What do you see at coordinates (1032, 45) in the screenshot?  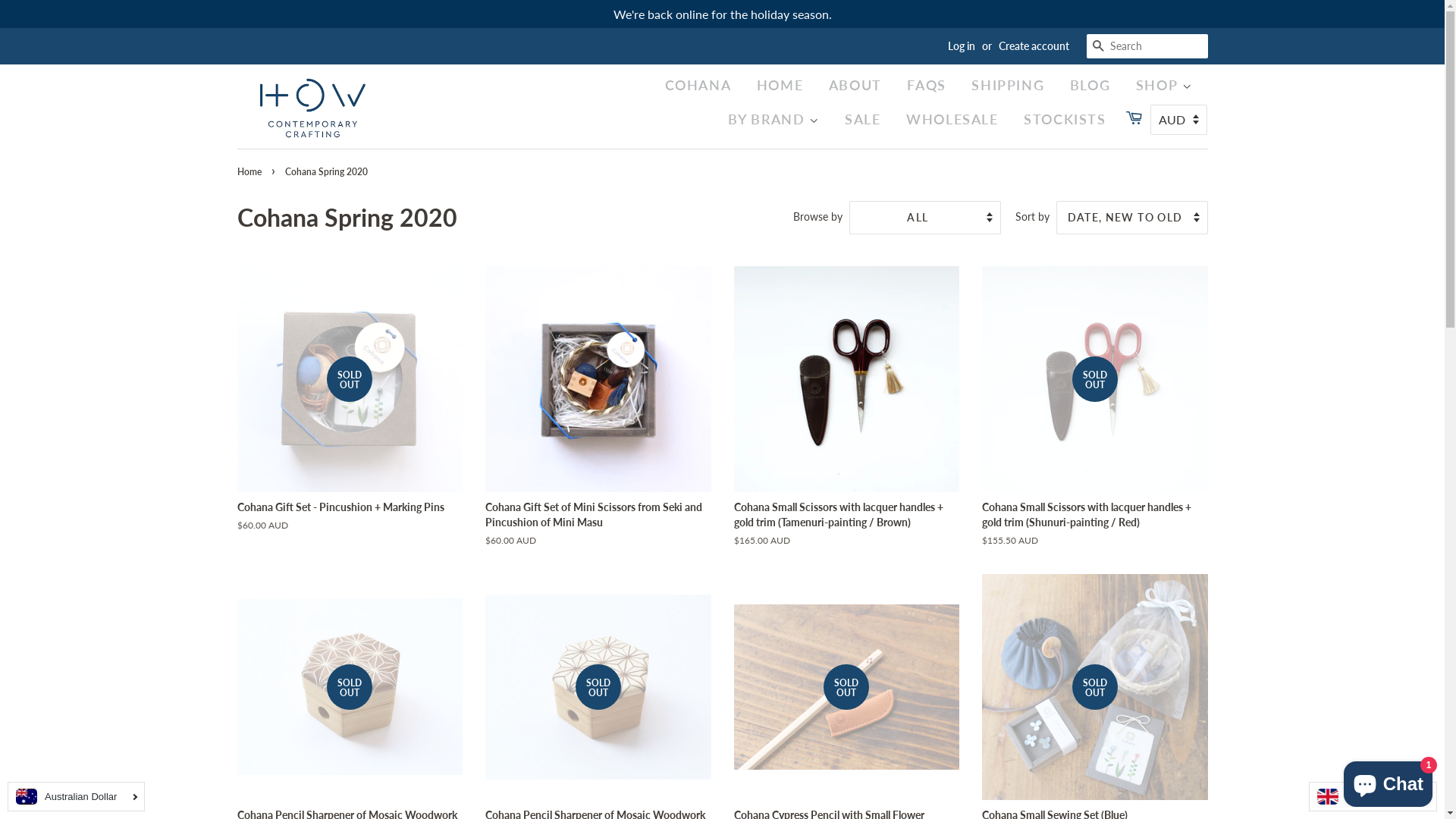 I see `'Create account'` at bounding box center [1032, 45].